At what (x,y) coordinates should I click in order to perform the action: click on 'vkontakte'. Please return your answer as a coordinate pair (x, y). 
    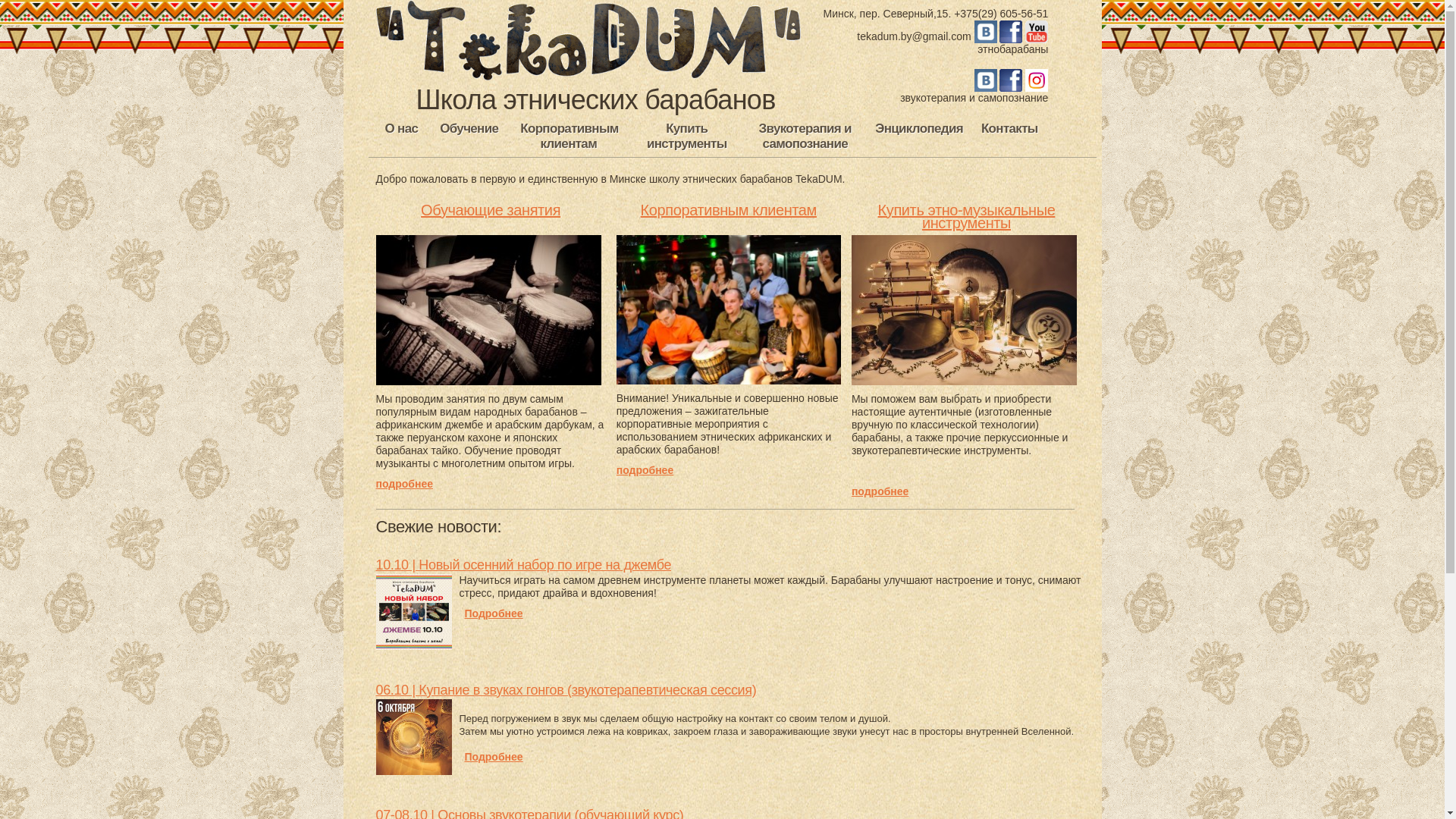
    Looking at the image, I should click on (986, 35).